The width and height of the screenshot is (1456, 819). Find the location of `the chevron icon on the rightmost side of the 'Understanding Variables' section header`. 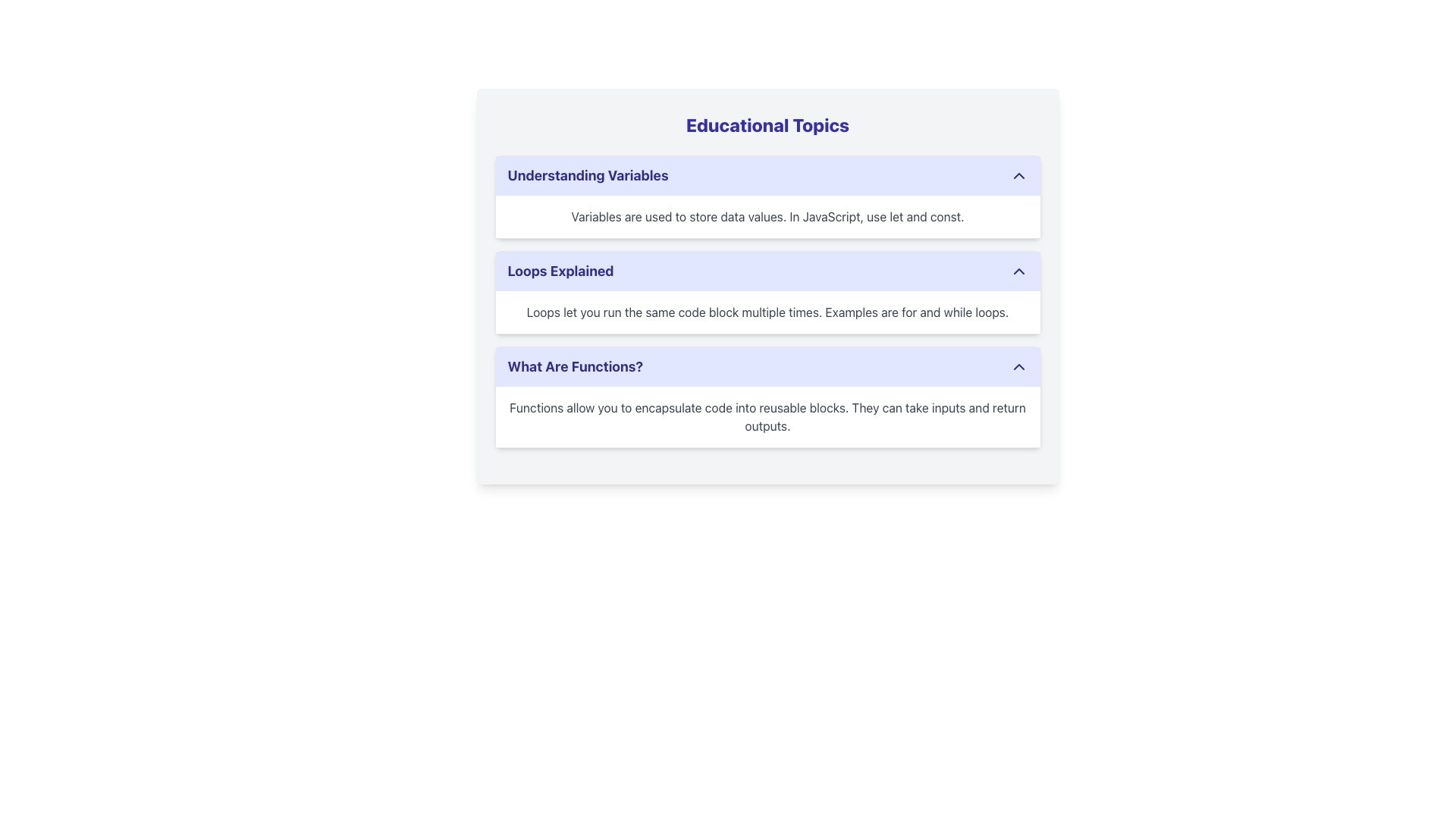

the chevron icon on the rightmost side of the 'Understanding Variables' section header is located at coordinates (1018, 174).